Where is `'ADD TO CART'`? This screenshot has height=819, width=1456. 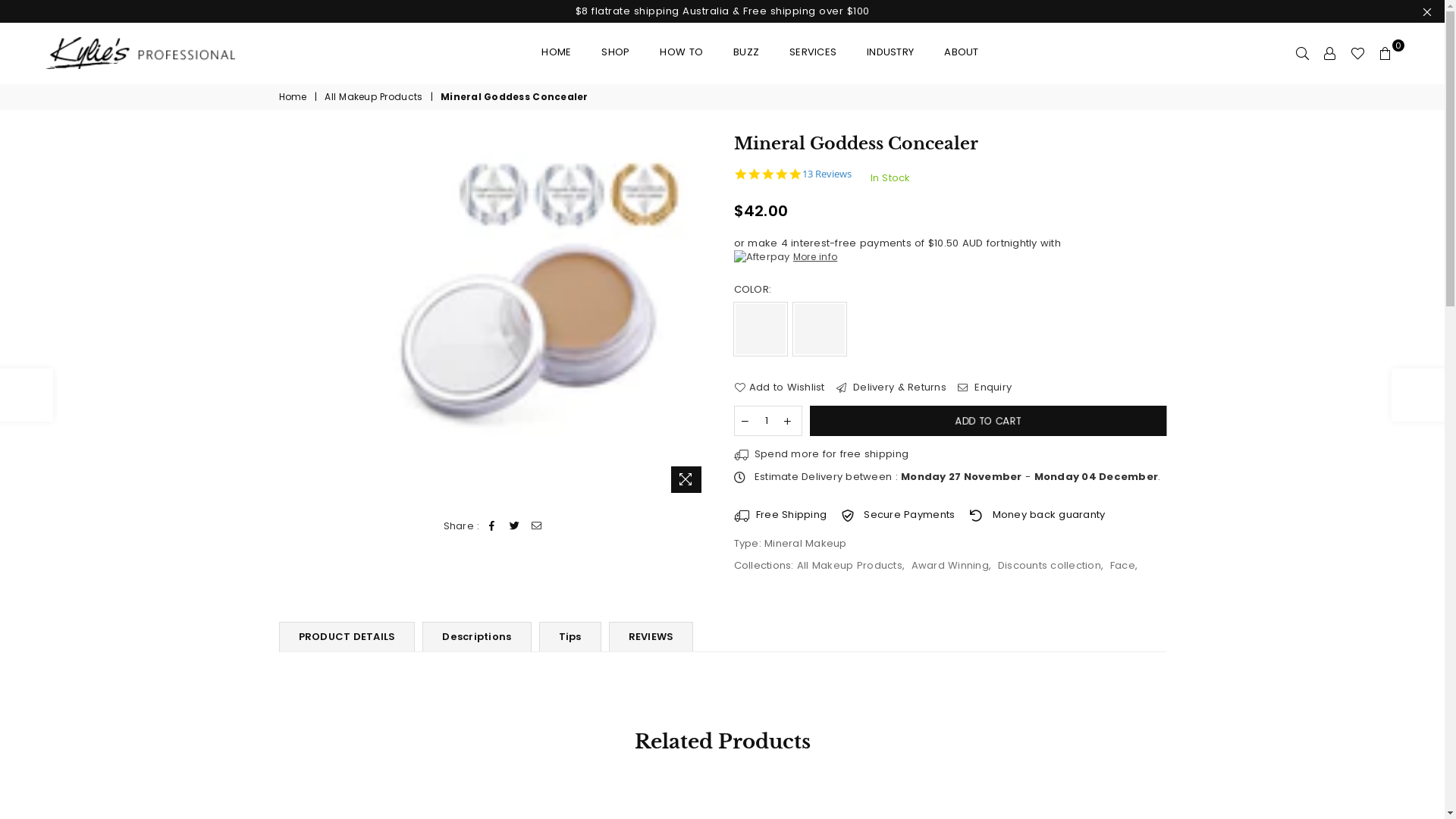 'ADD TO CART' is located at coordinates (986, 421).